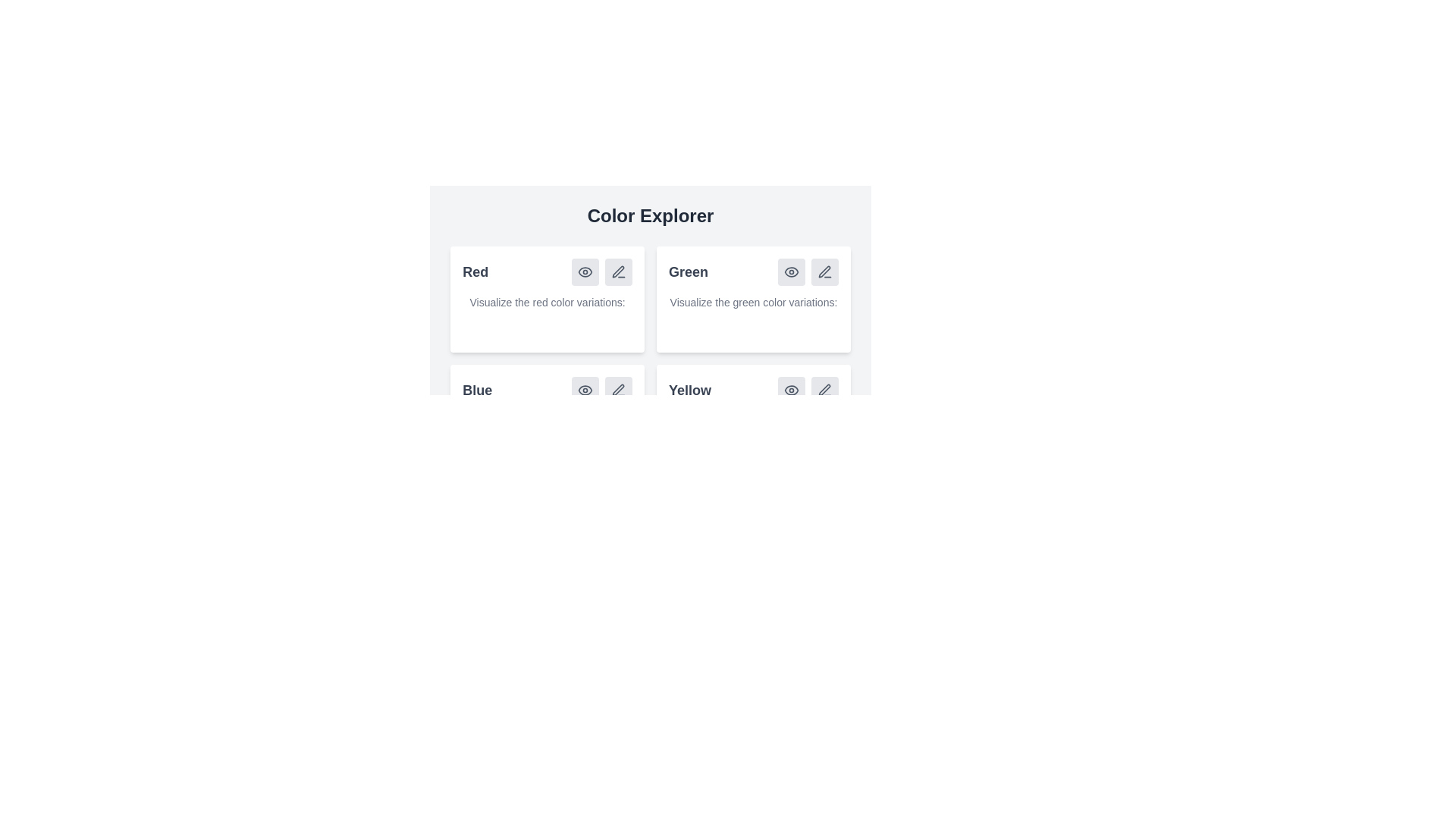 The height and width of the screenshot is (819, 1456). I want to click on the compact, rounded rectangle button with a light gray background and an eye-shaped icon located in the lower-left corner of the 'Blue' color card section, so click(585, 390).